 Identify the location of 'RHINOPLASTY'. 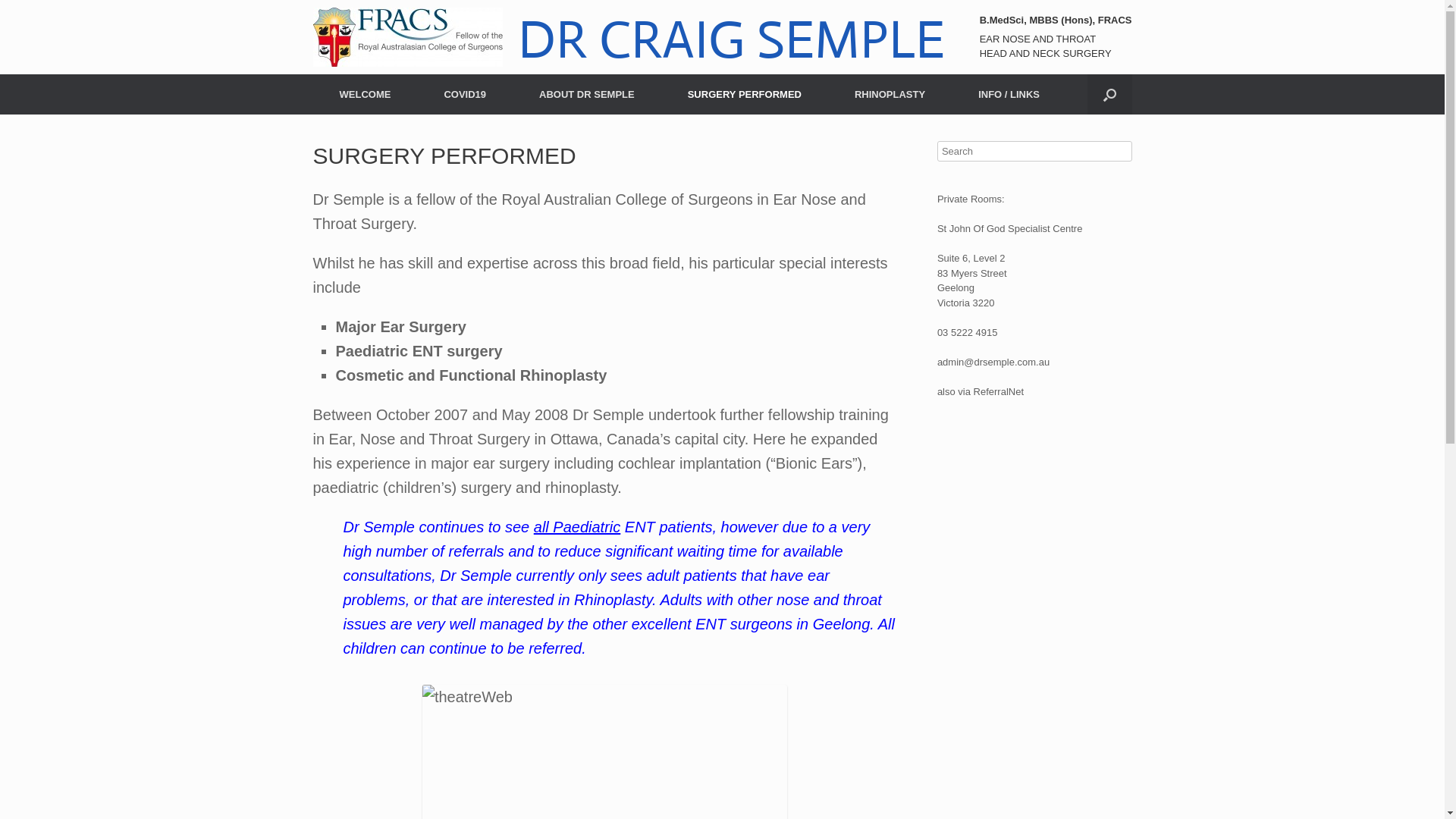
(890, 94).